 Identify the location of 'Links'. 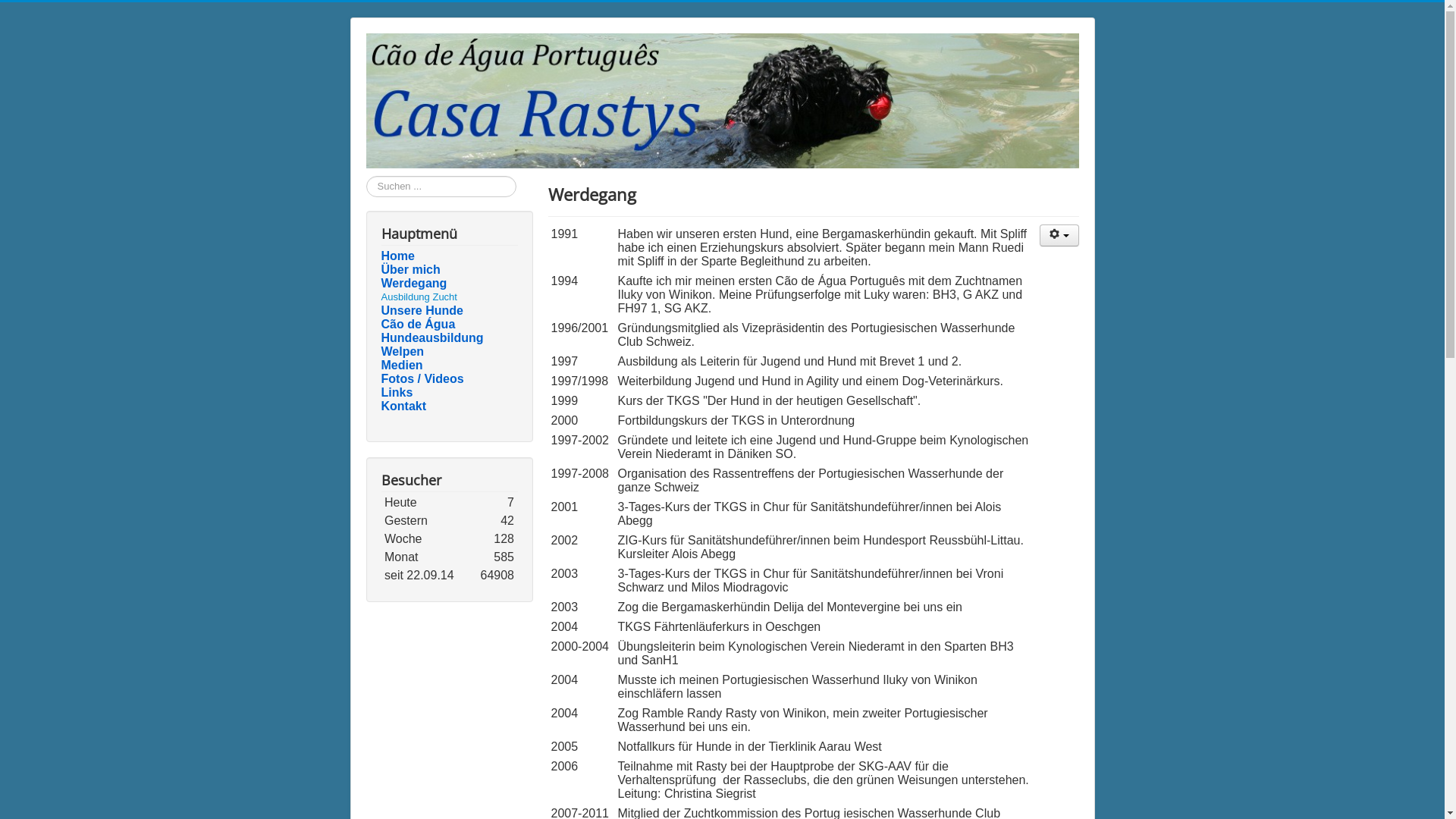
(381, 391).